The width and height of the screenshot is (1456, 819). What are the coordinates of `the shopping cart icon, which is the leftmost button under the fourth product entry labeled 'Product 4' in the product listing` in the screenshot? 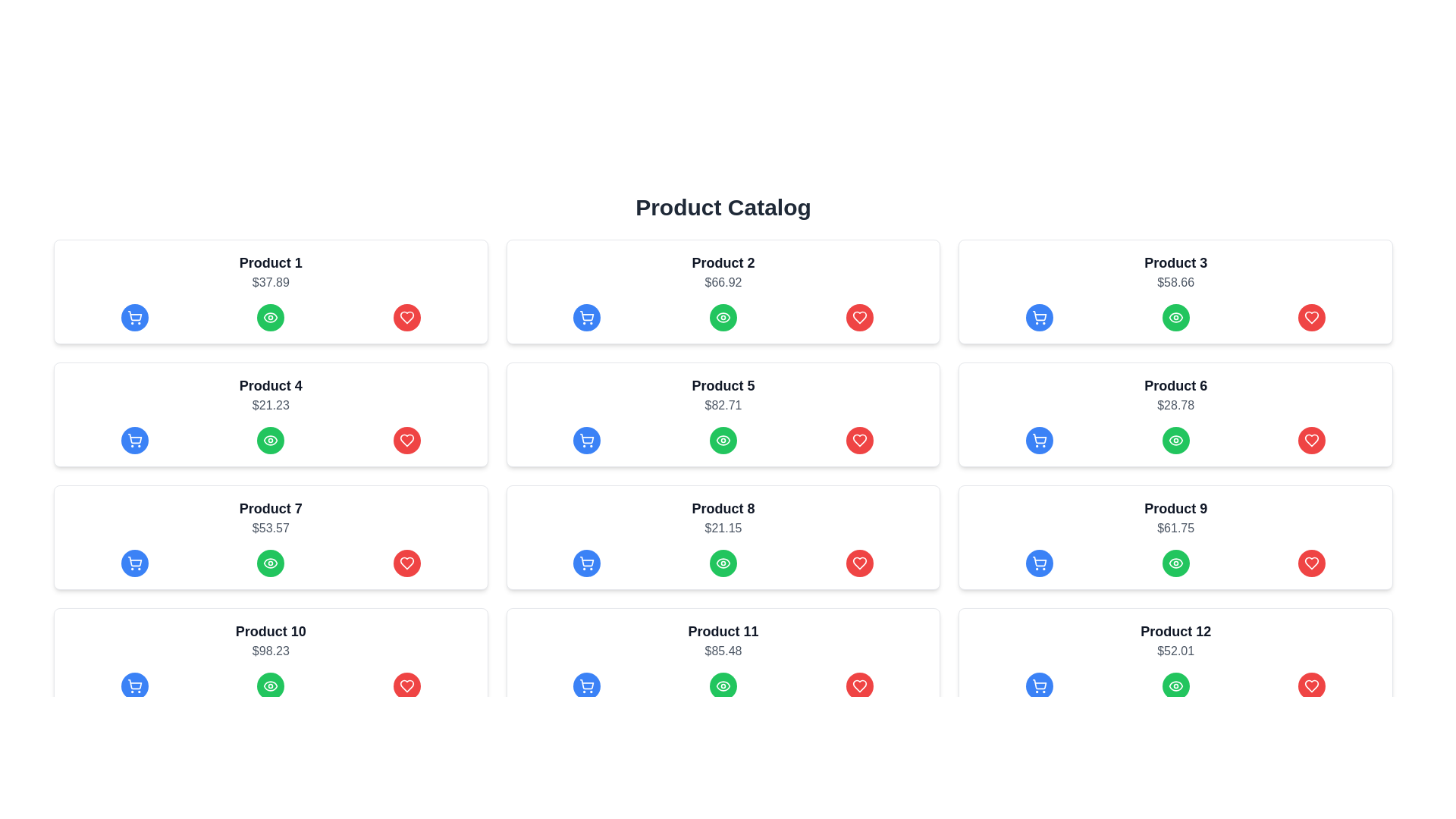 It's located at (134, 438).